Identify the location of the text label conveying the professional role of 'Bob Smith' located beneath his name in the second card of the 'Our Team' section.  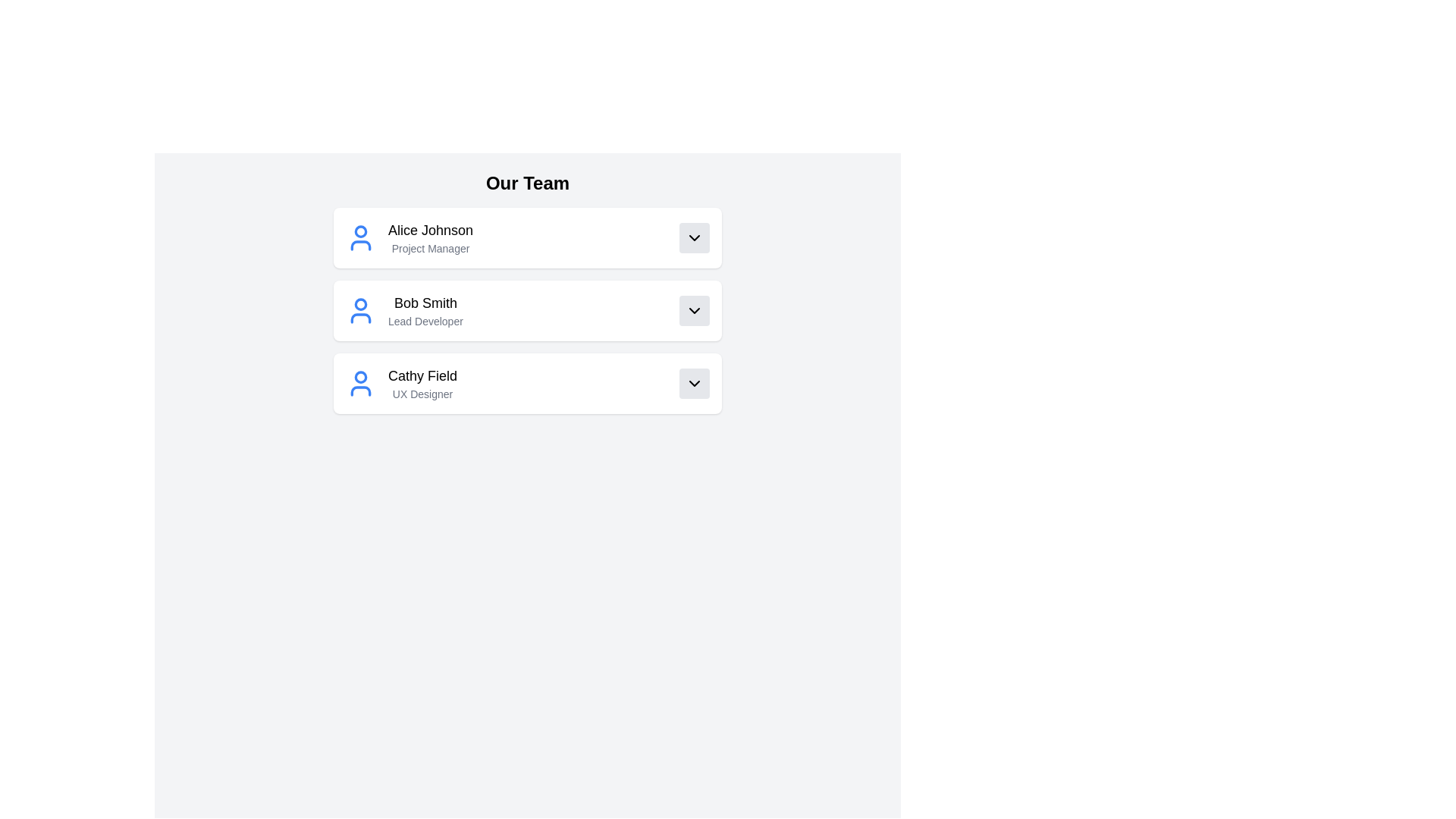
(425, 321).